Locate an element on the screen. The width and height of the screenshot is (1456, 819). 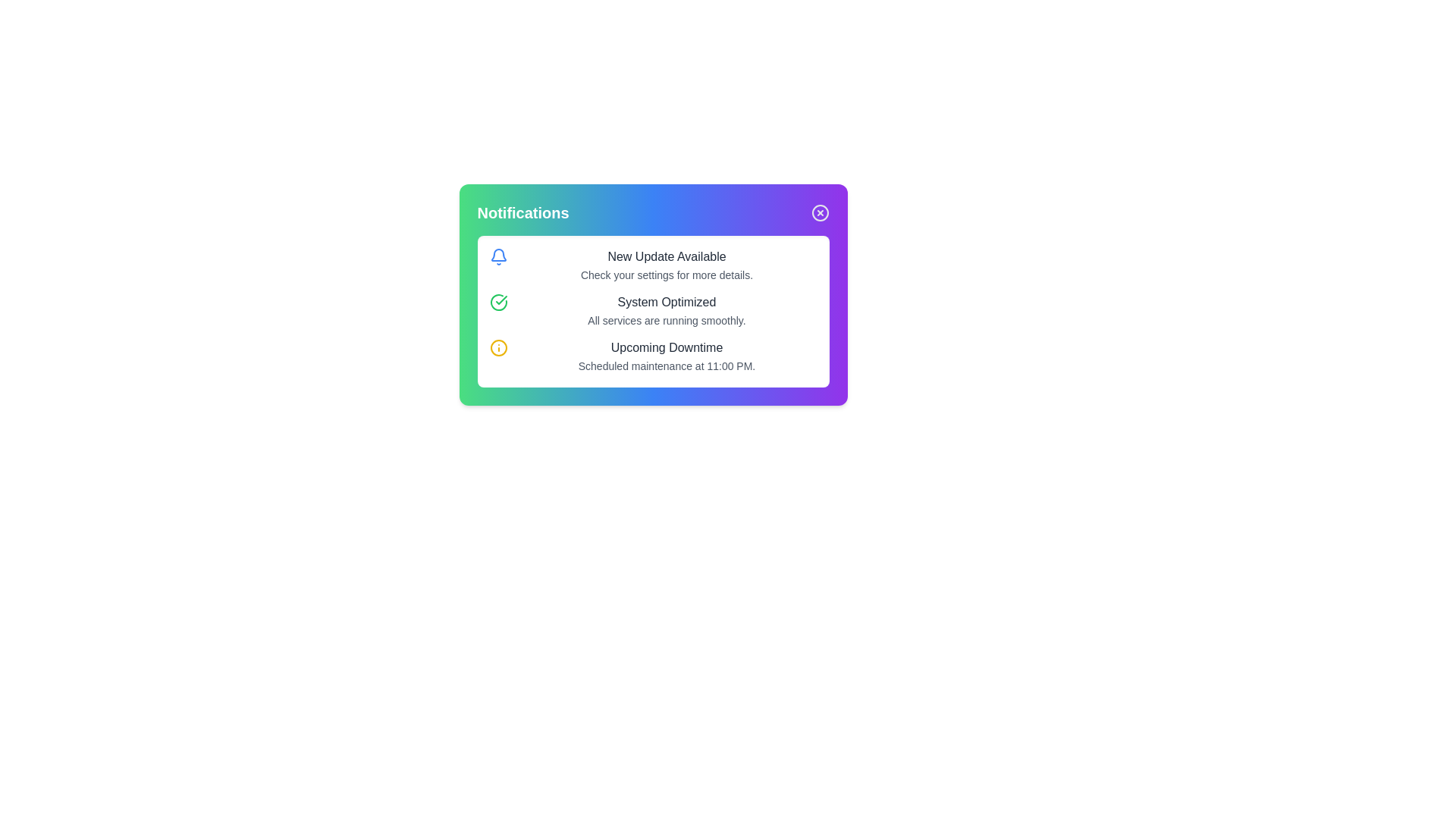
text label displaying 'New Update Available' located in the upper section of the notification card is located at coordinates (667, 256).